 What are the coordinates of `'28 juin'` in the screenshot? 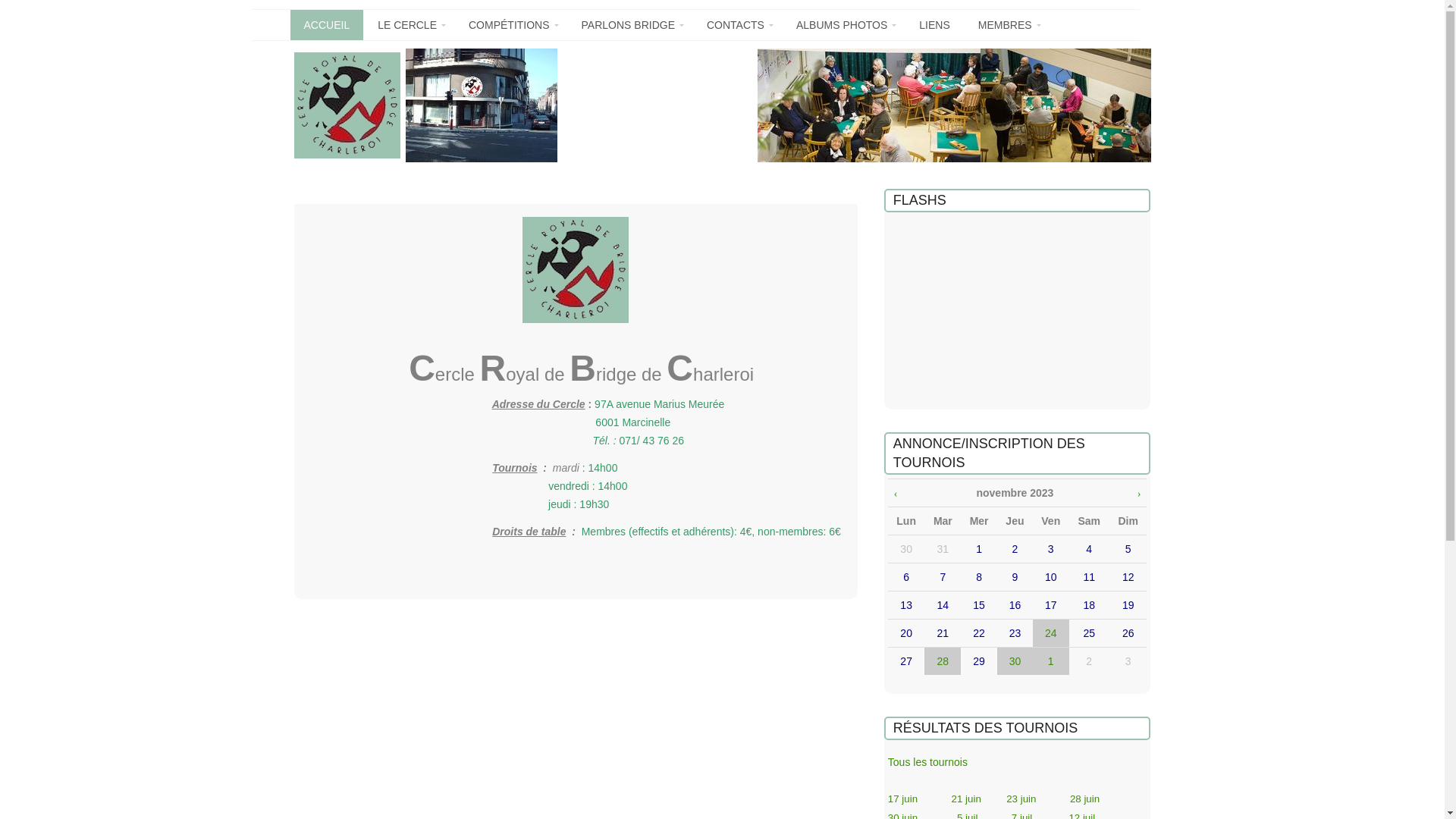 It's located at (1069, 798).